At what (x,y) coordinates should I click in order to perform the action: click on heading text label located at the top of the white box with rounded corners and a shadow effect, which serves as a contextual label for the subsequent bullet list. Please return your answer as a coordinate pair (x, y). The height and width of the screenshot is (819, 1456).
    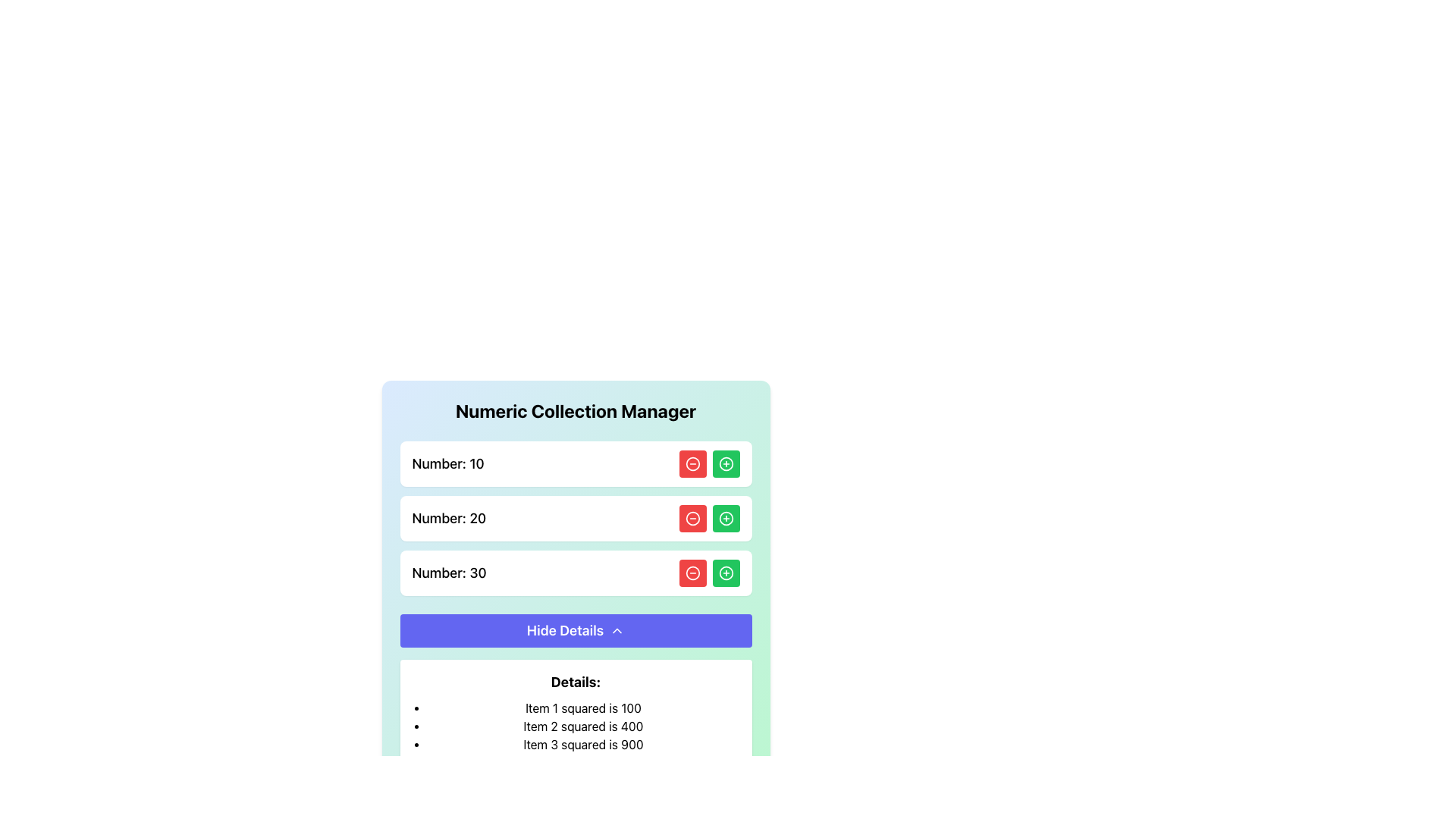
    Looking at the image, I should click on (575, 681).